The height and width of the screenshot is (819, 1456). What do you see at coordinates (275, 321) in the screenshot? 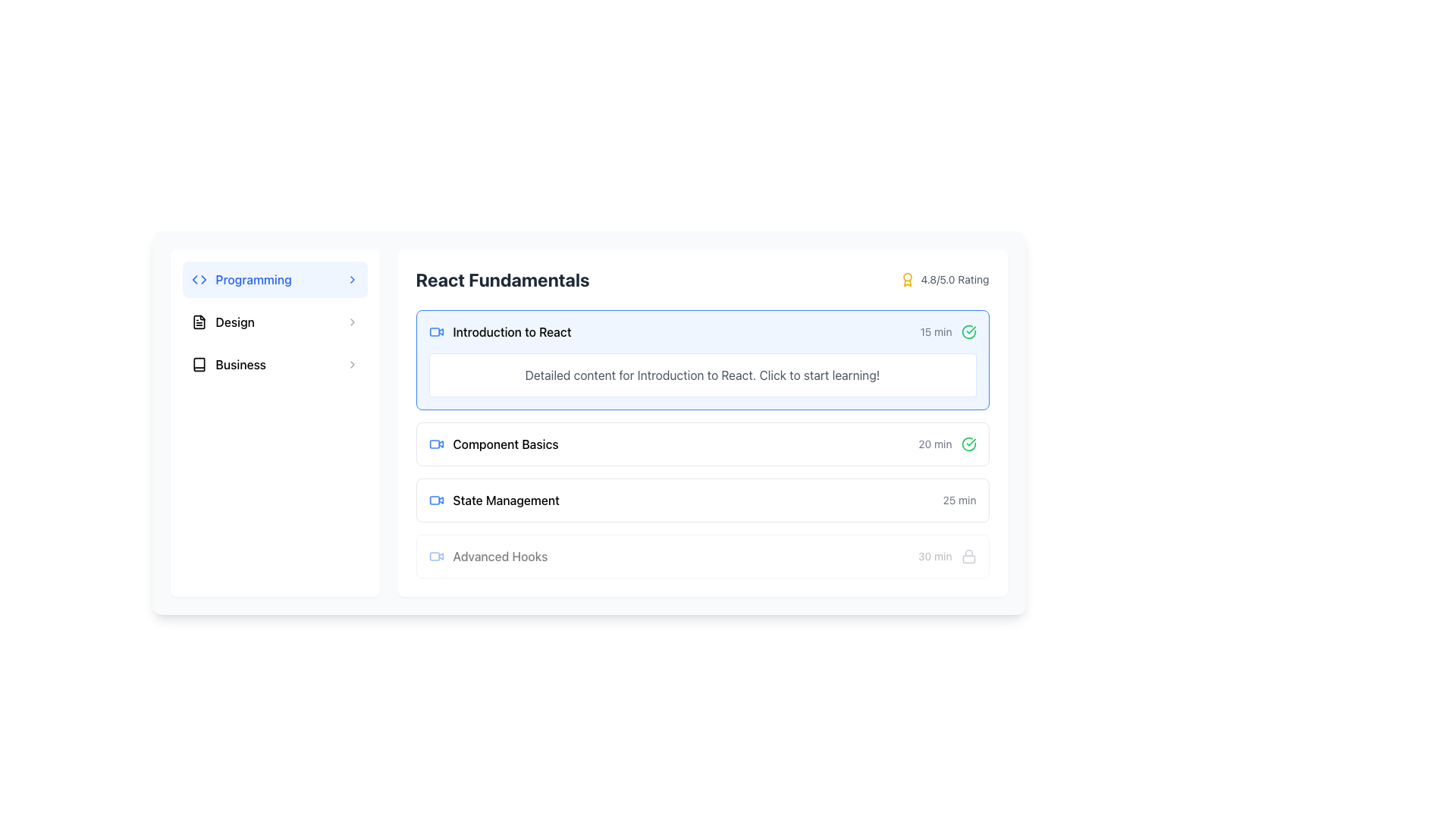
I see `the second navigational list item labeled 'Design' in the left sidebar` at bounding box center [275, 321].